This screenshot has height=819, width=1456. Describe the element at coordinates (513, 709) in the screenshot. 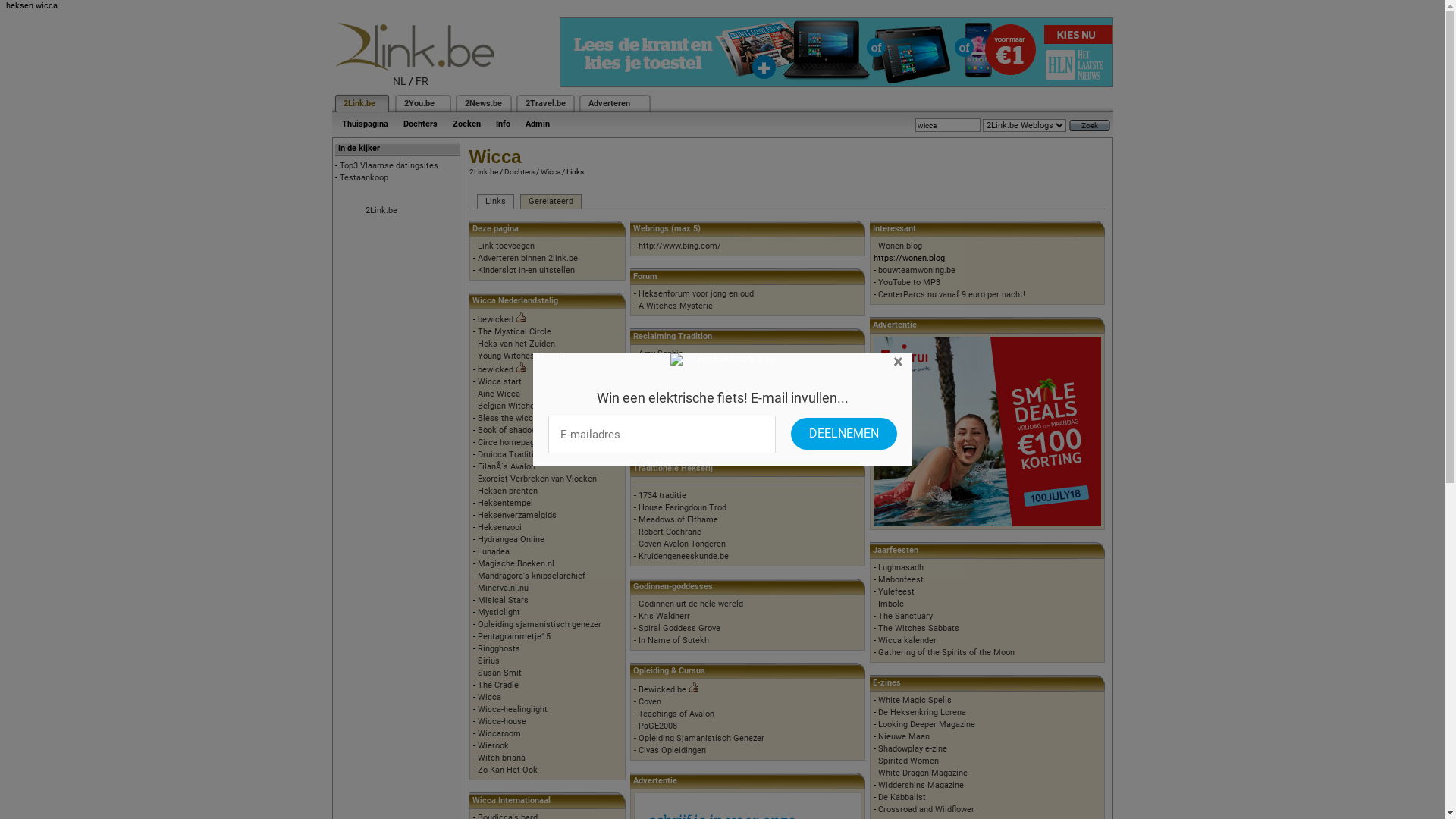

I see `'Wicca-healinglight'` at that location.